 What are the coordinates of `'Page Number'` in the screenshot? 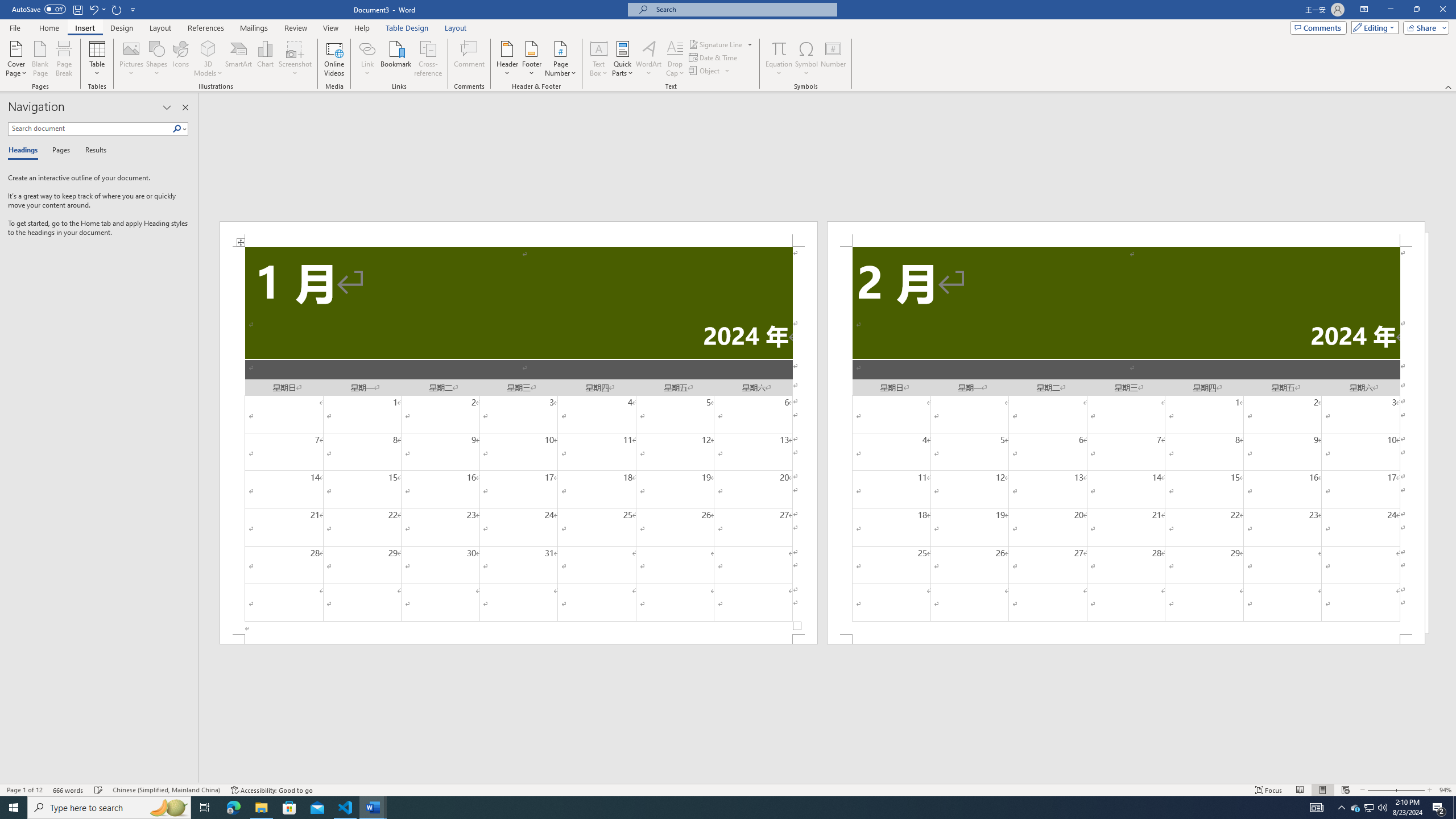 It's located at (560, 59).